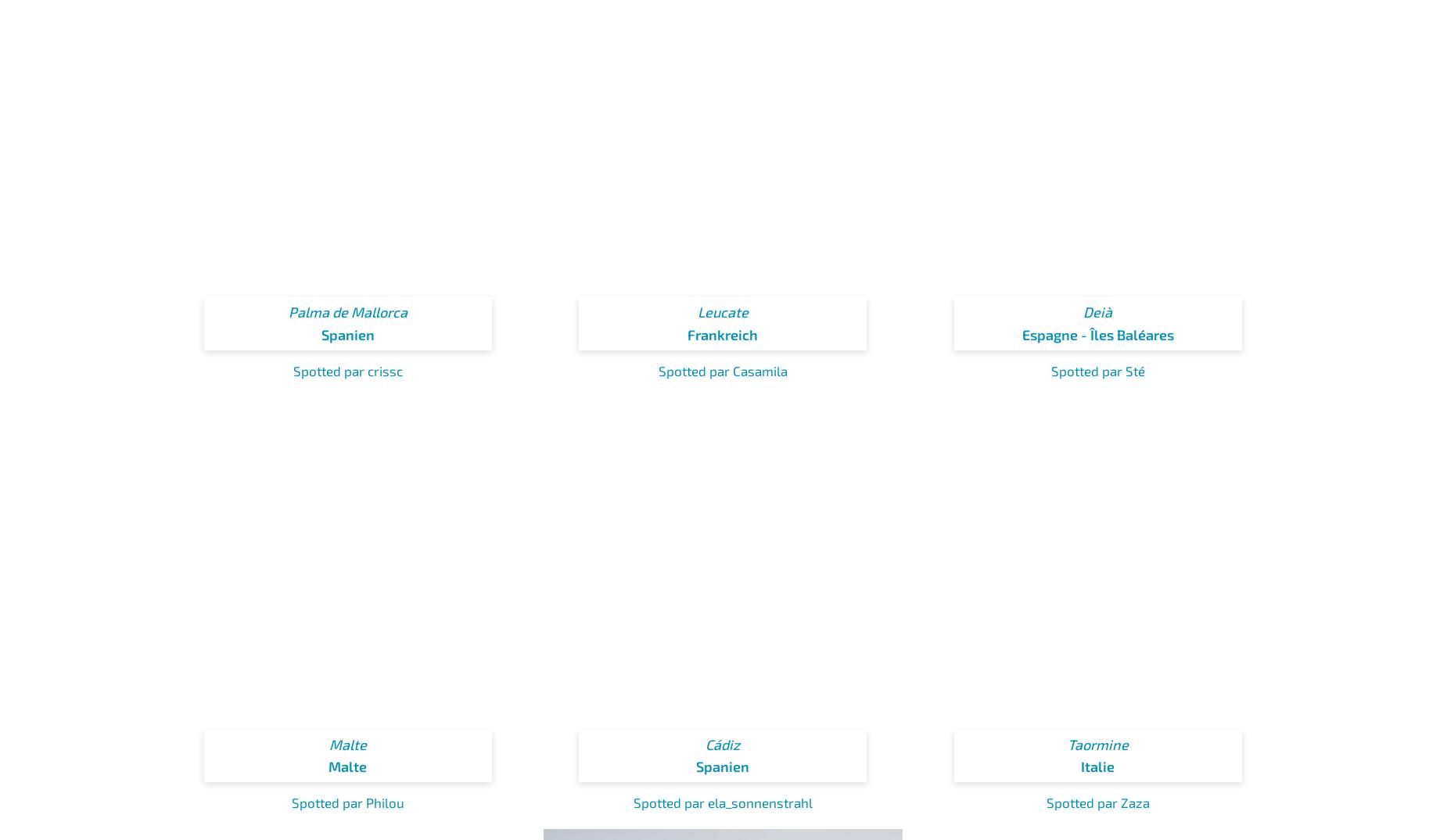 The image size is (1447, 840). What do you see at coordinates (1097, 334) in the screenshot?
I see `'Espagne - Îles Baléares'` at bounding box center [1097, 334].